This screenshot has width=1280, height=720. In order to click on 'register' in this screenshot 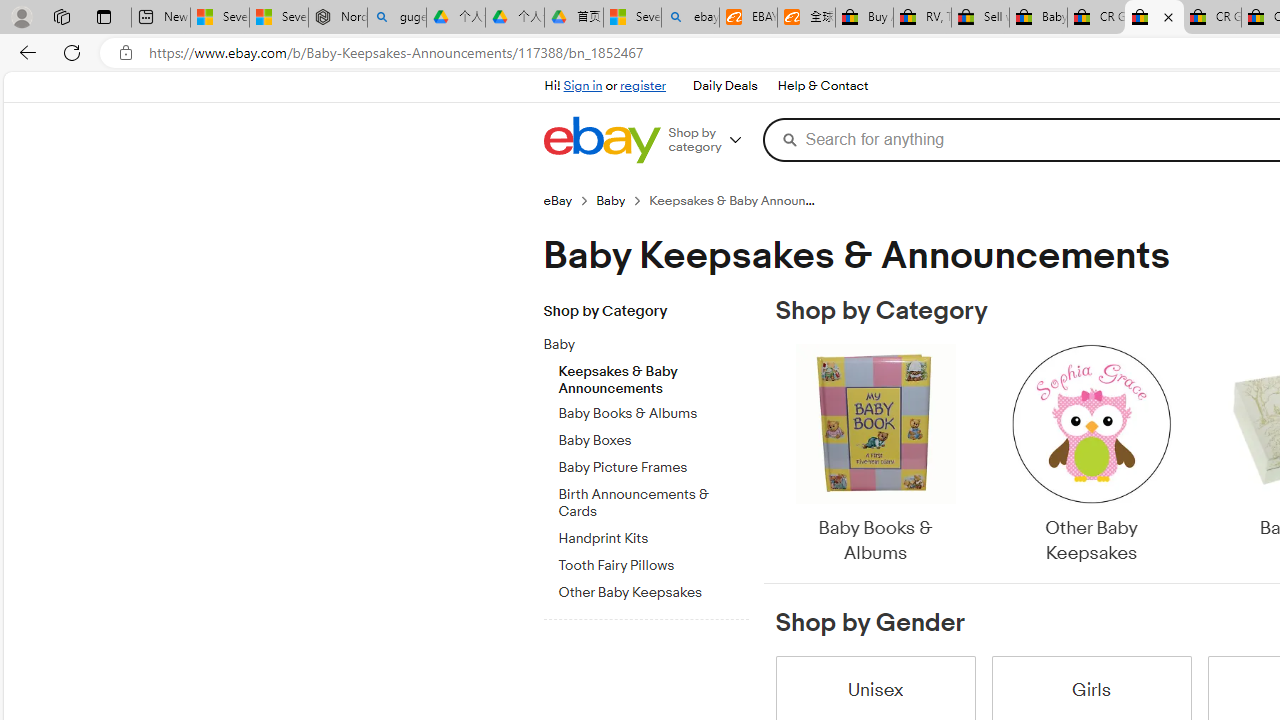, I will do `click(643, 85)`.